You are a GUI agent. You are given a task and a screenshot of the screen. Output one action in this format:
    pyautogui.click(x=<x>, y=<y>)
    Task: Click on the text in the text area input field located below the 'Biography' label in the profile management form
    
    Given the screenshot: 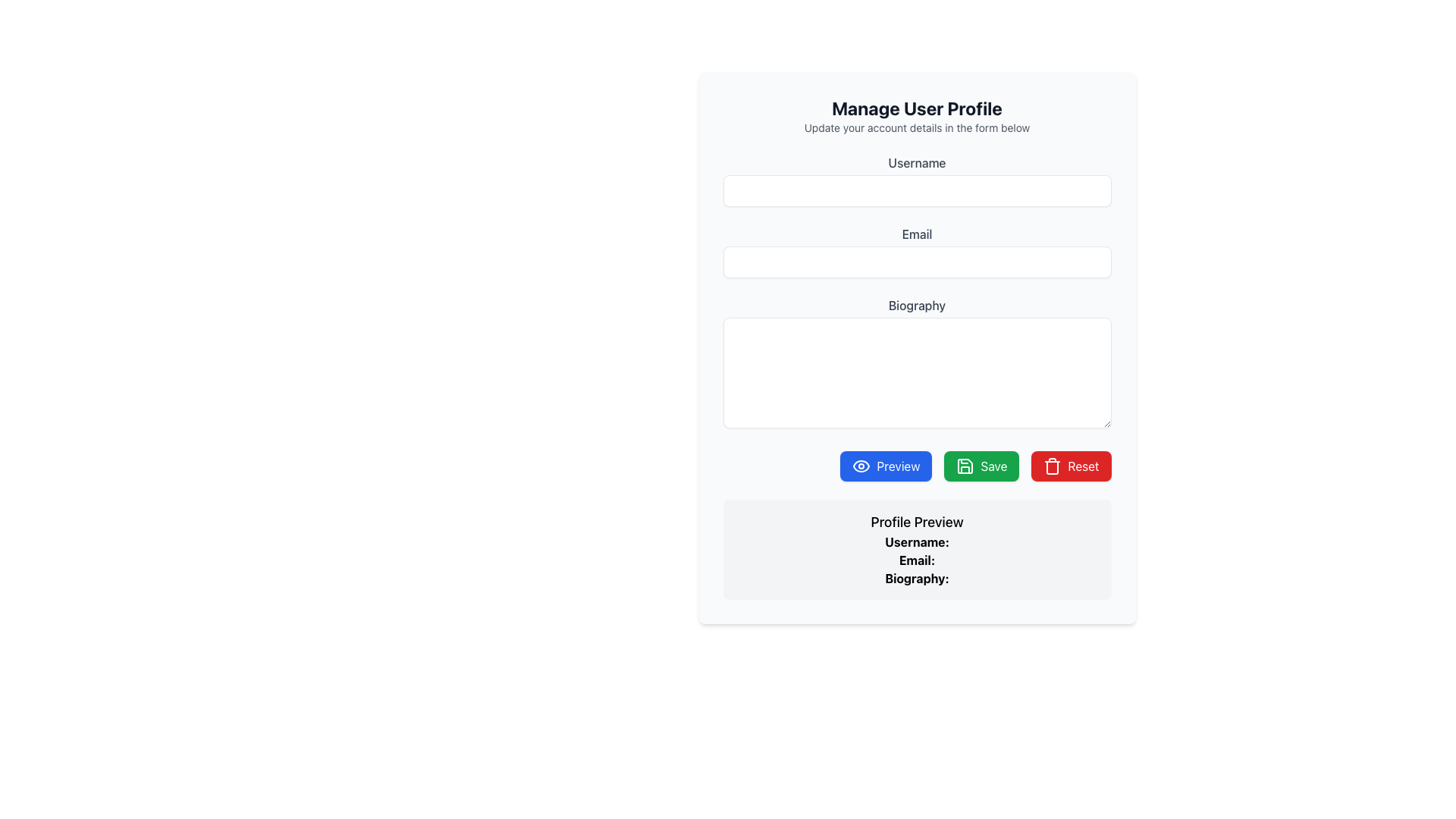 What is the action you would take?
    pyautogui.click(x=916, y=373)
    